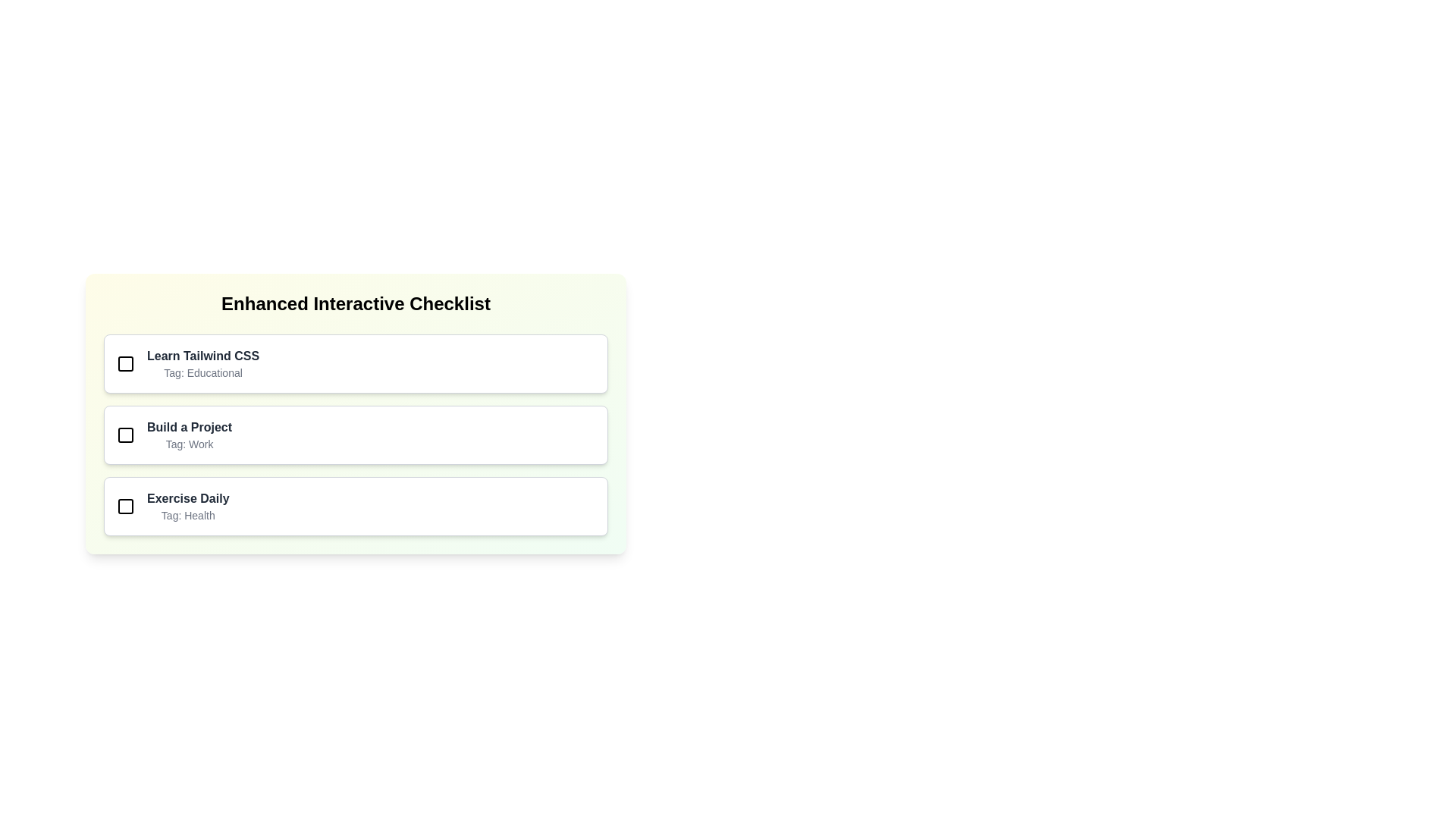 This screenshot has width=1456, height=819. What do you see at coordinates (126, 363) in the screenshot?
I see `the unchecked checkbox icon located to the left of the text 'Learn Tailwind CSS'` at bounding box center [126, 363].